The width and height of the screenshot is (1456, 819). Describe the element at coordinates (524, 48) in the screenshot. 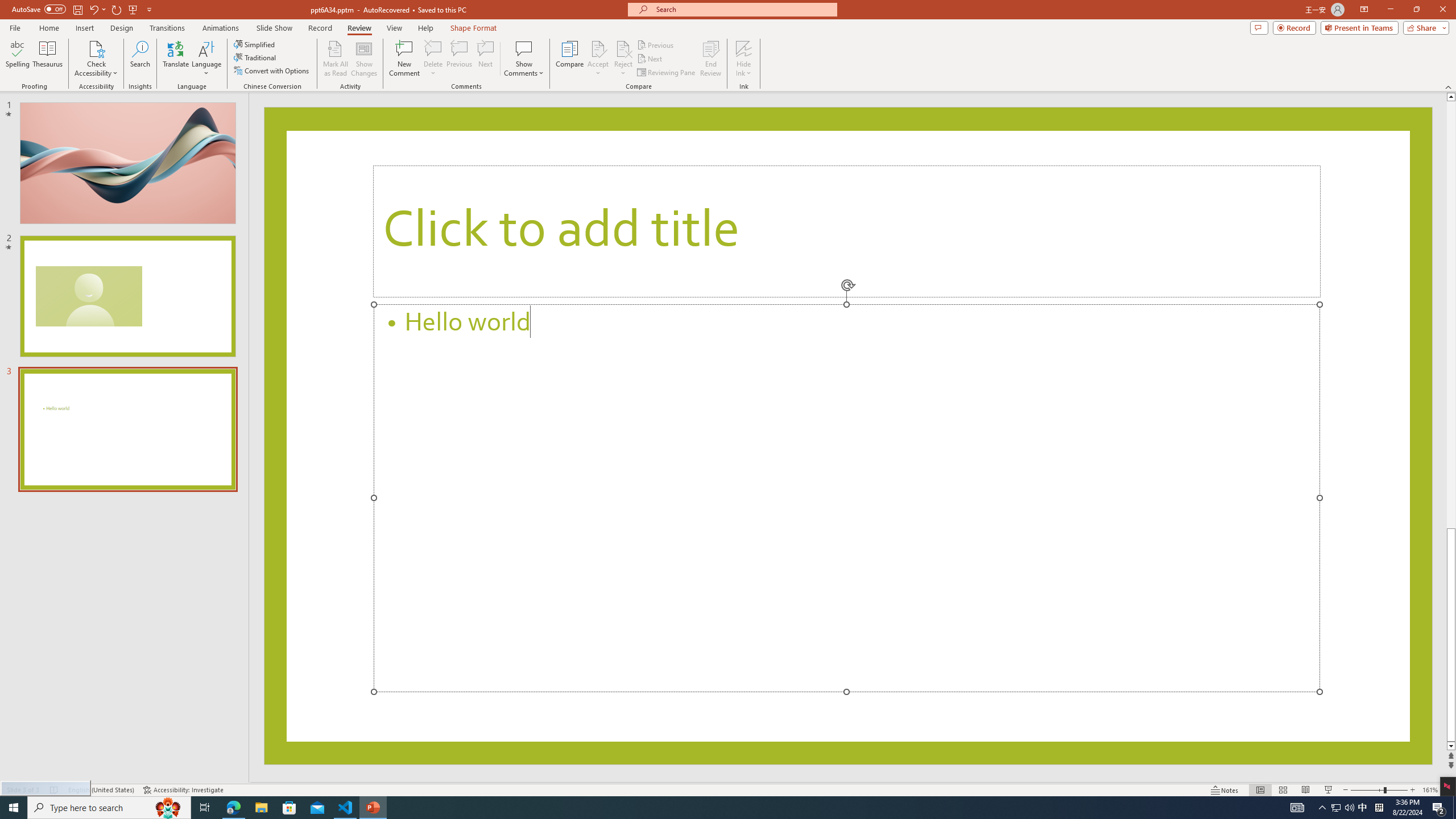

I see `'Show Comments'` at that location.